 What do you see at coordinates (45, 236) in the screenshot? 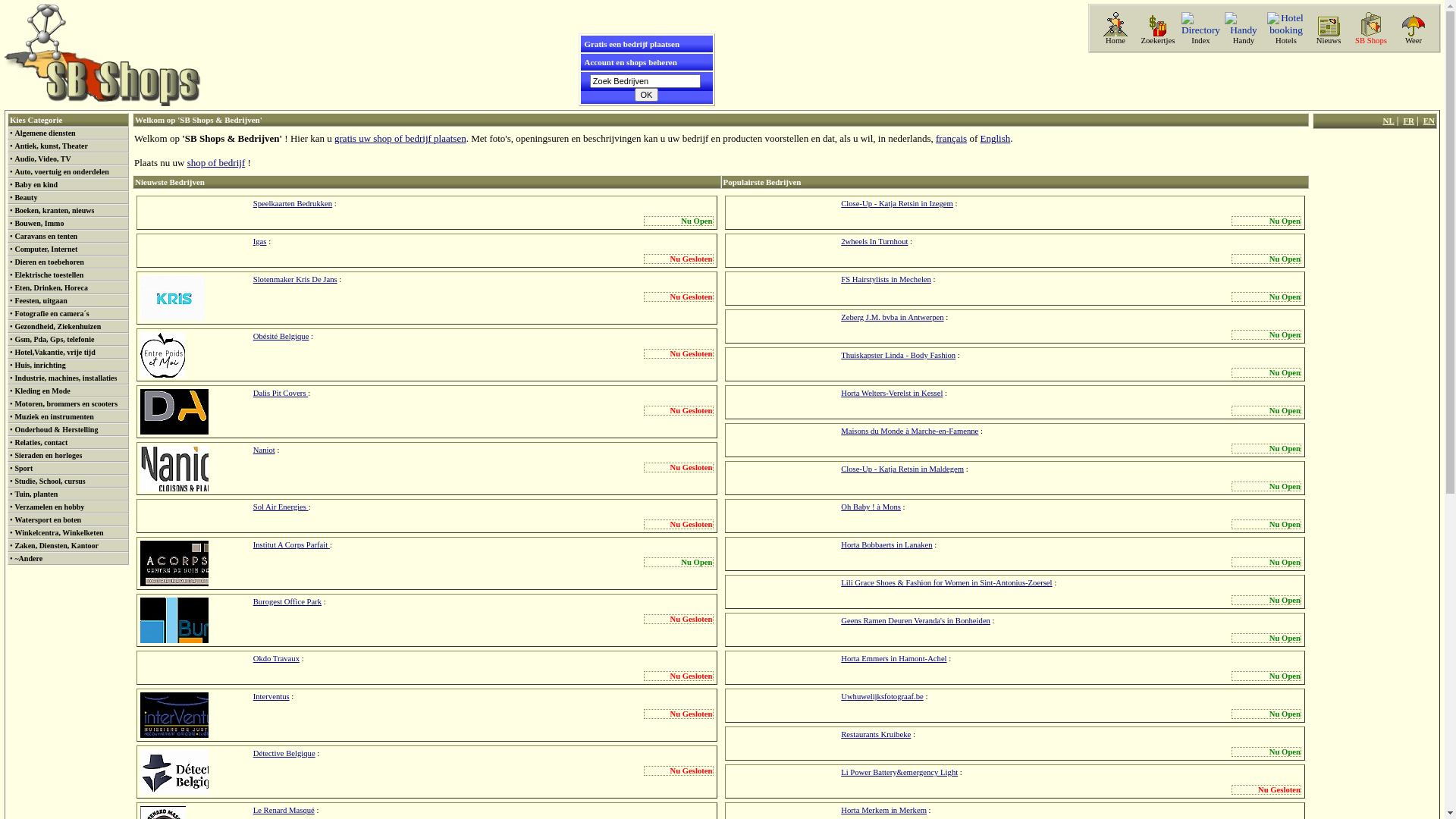
I see `'Caravans en tenten'` at bounding box center [45, 236].